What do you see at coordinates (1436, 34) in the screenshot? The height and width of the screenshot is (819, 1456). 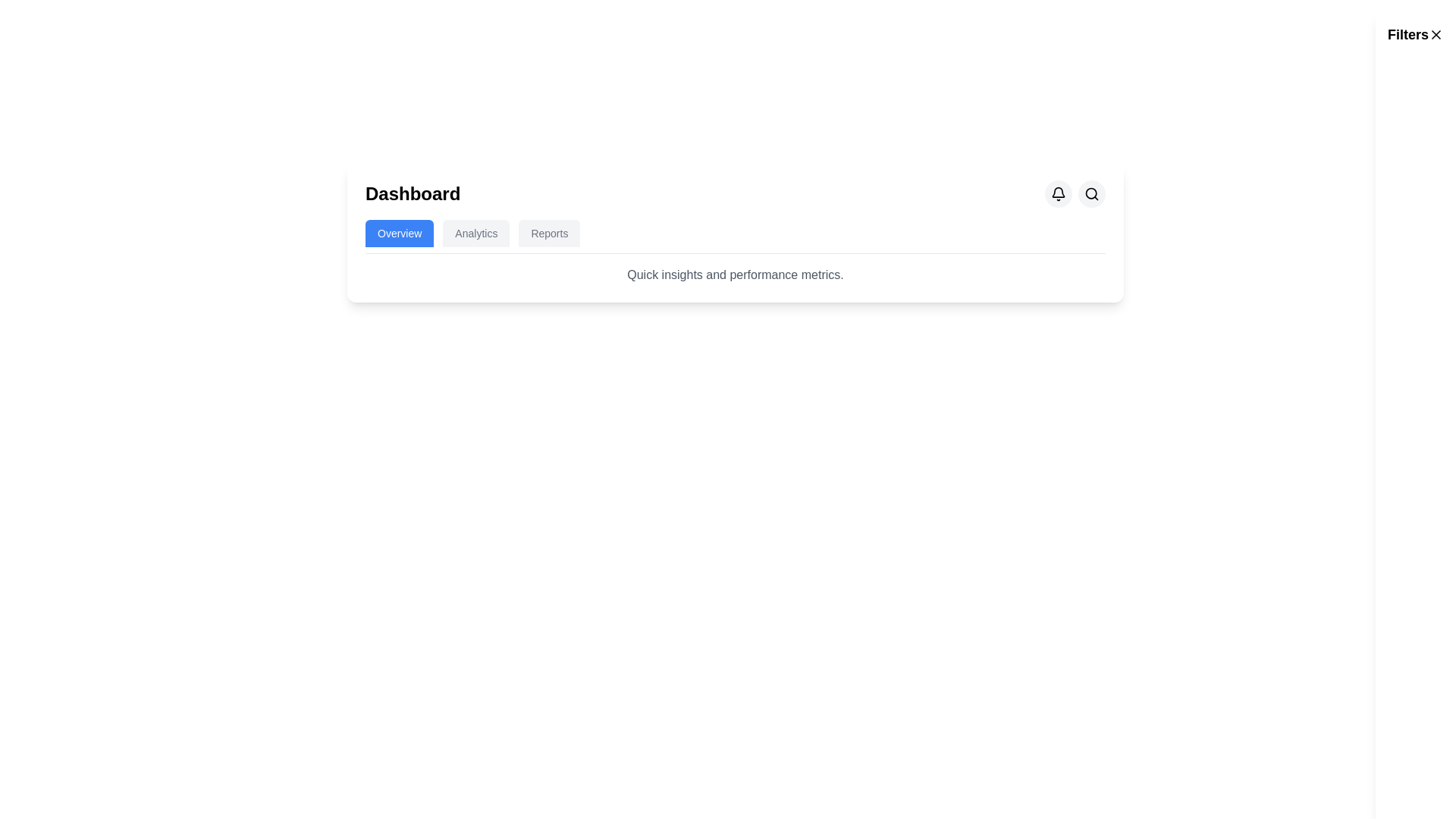 I see `the button located at the far-right of the header section containing the text 'Filters'` at bounding box center [1436, 34].